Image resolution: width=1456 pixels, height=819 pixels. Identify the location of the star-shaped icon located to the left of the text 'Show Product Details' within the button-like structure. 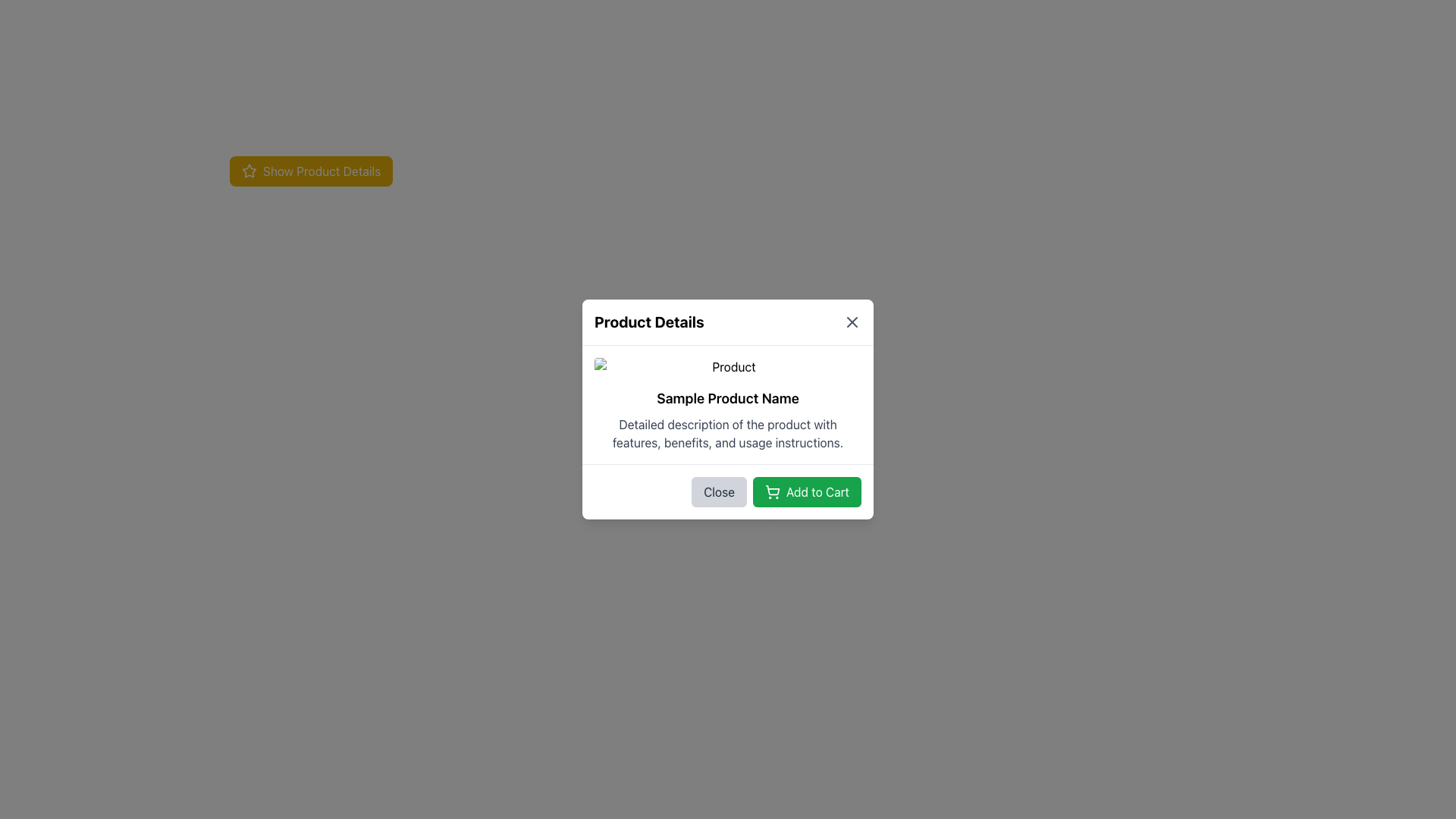
(249, 171).